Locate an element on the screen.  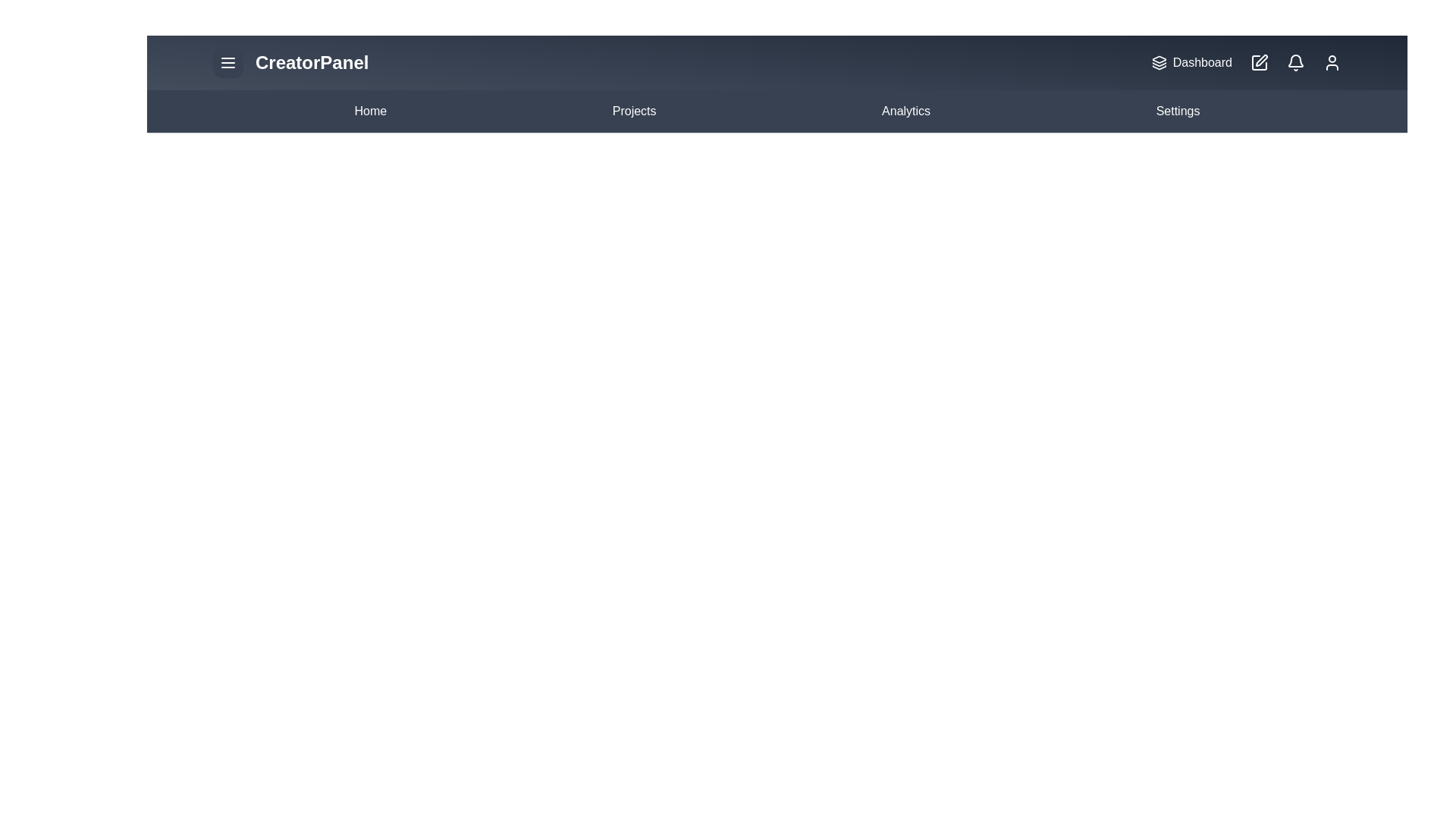
the 'User Profile' button to access the user profile options is located at coordinates (1331, 62).